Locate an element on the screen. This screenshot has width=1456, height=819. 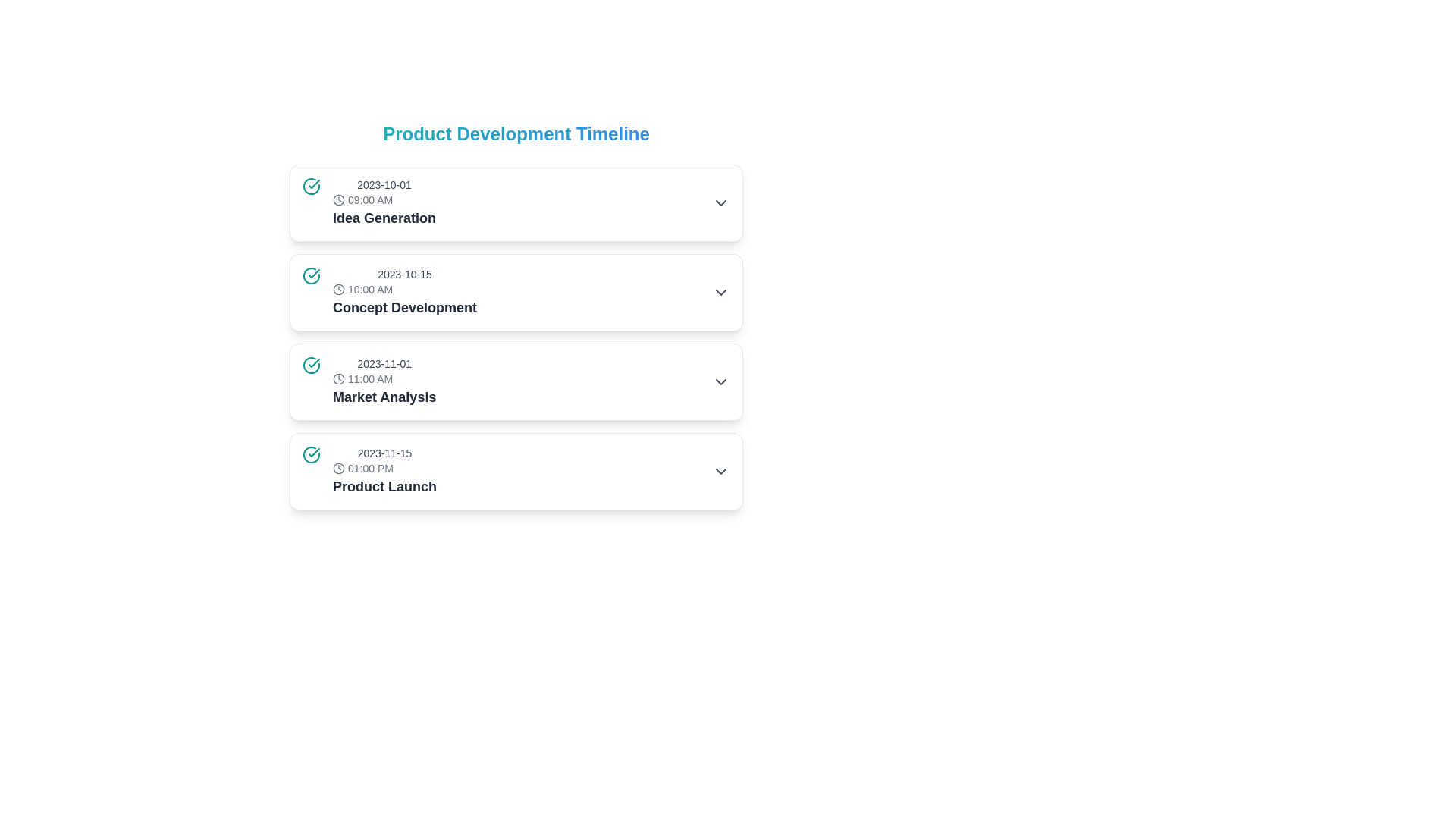
the downward-pointing chevron icon styled in gray, located at the far right end of the 'Product Launch' item box is located at coordinates (720, 470).